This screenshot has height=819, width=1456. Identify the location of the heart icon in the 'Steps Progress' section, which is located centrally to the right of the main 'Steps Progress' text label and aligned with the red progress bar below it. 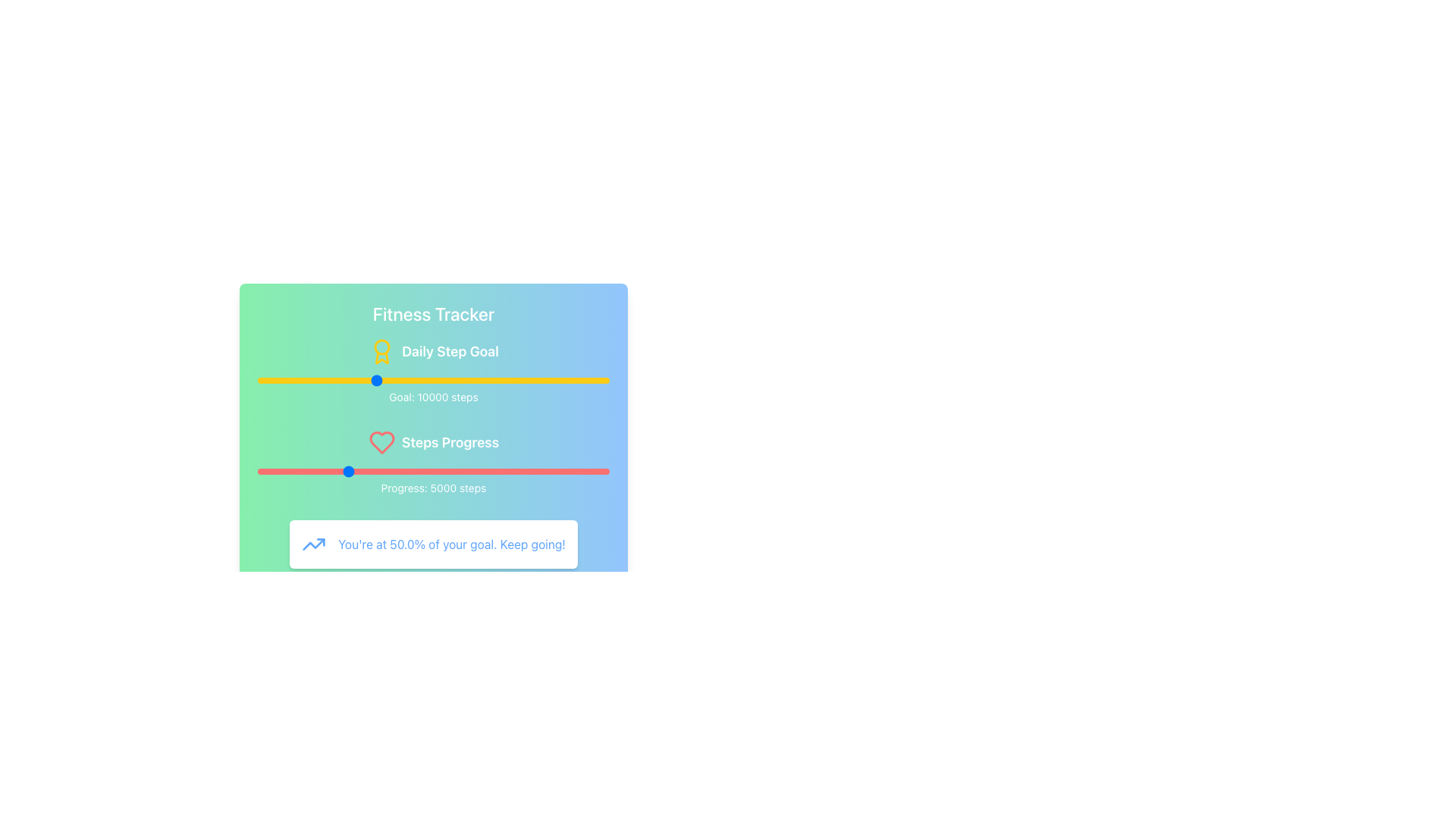
(382, 442).